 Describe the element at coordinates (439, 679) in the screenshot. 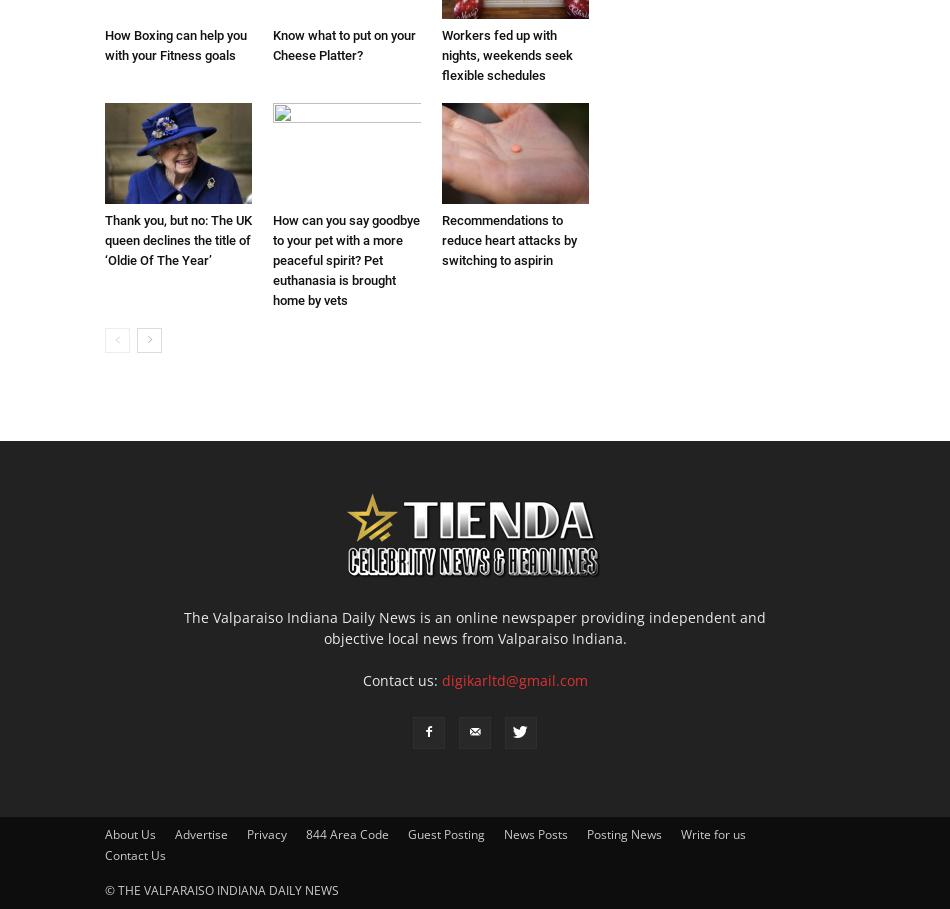

I see `'digikarltd@gmail.com'` at that location.